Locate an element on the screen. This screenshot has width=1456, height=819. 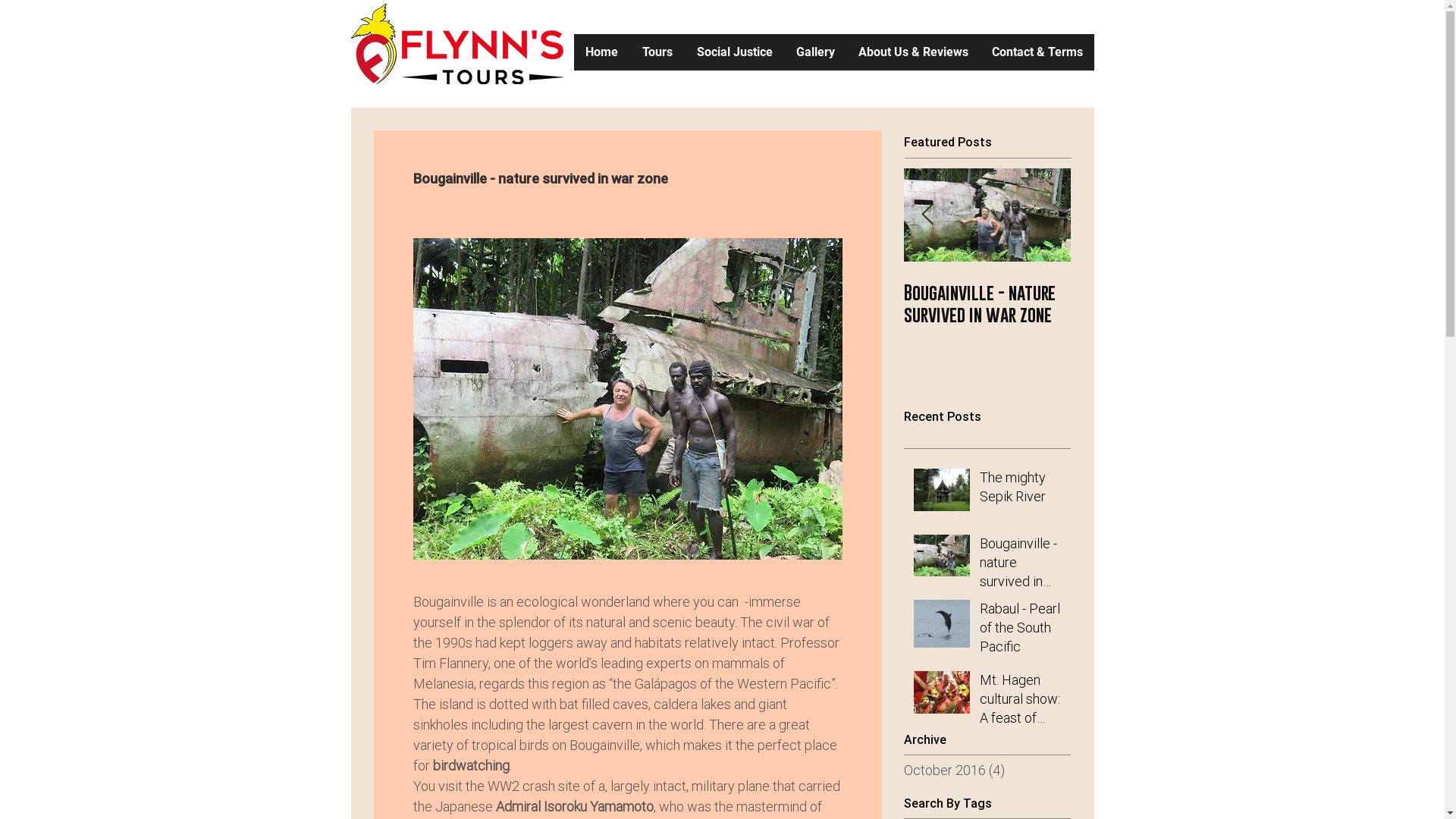
'Mt. Hagen cultural show: A feast of colour' is located at coordinates (1020, 701).